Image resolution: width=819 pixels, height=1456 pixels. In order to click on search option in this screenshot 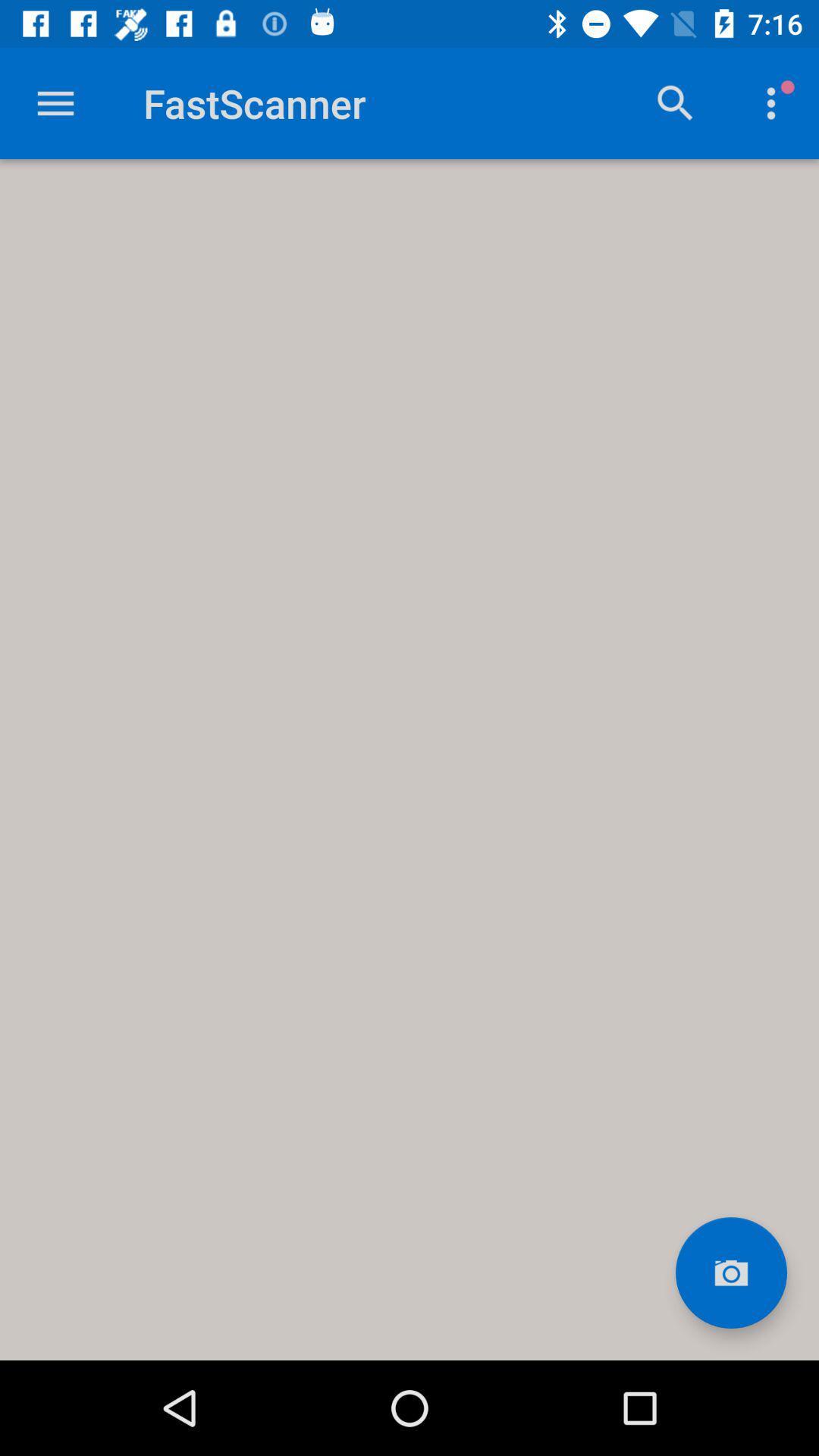, I will do `click(675, 102)`.